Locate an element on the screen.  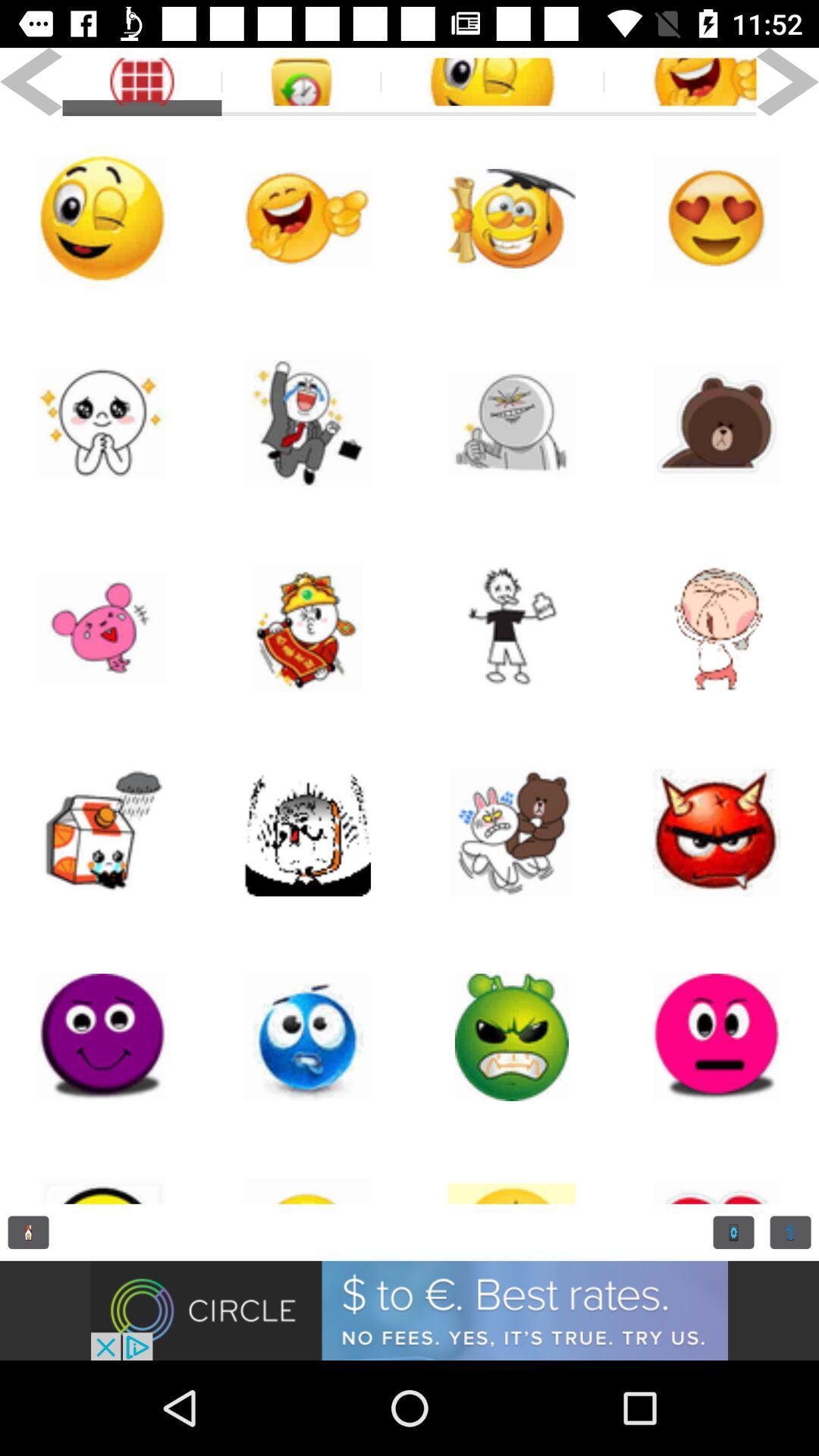
laugh emoji is located at coordinates (307, 218).